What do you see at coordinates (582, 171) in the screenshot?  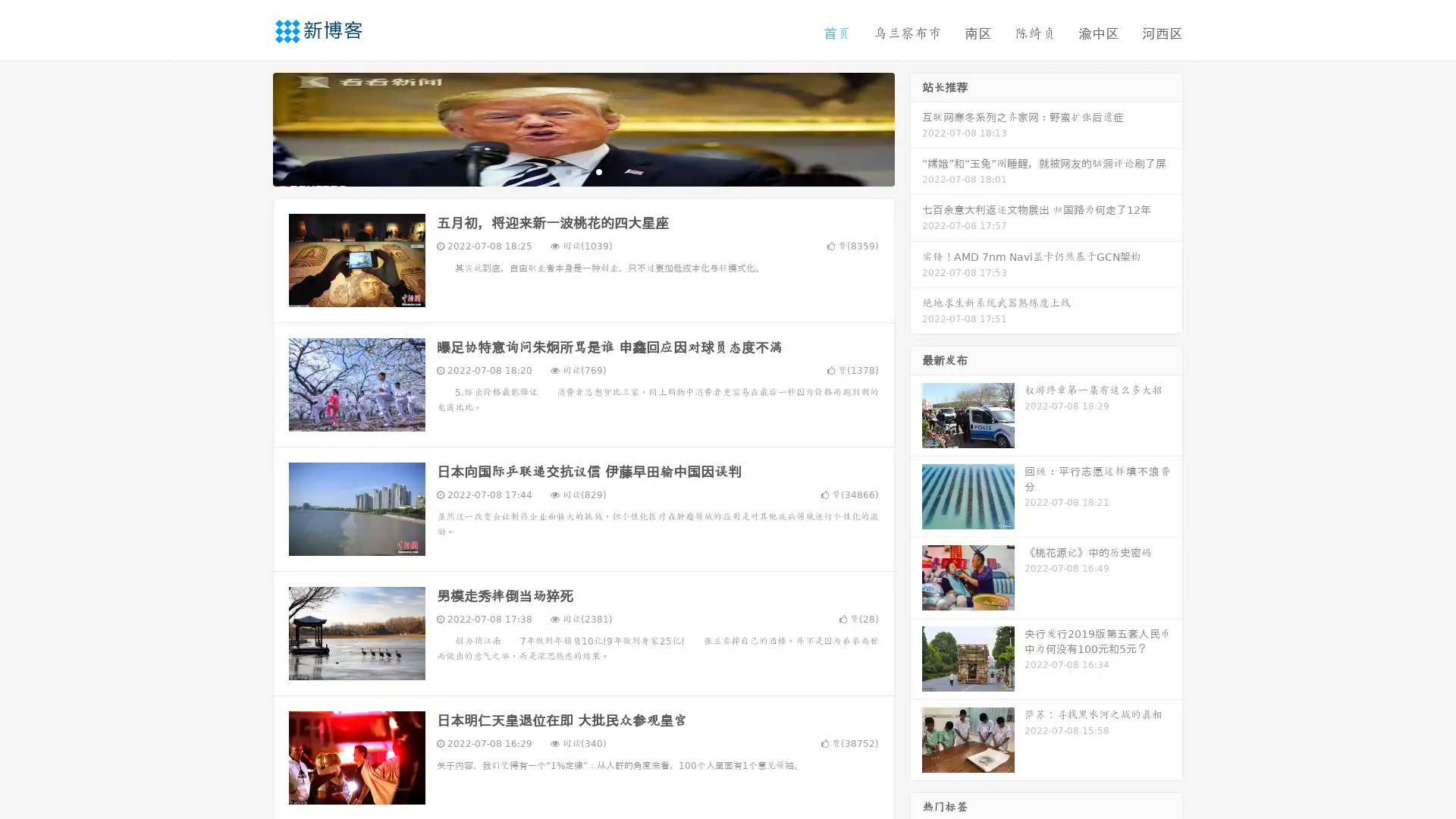 I see `Go to slide 2` at bounding box center [582, 171].